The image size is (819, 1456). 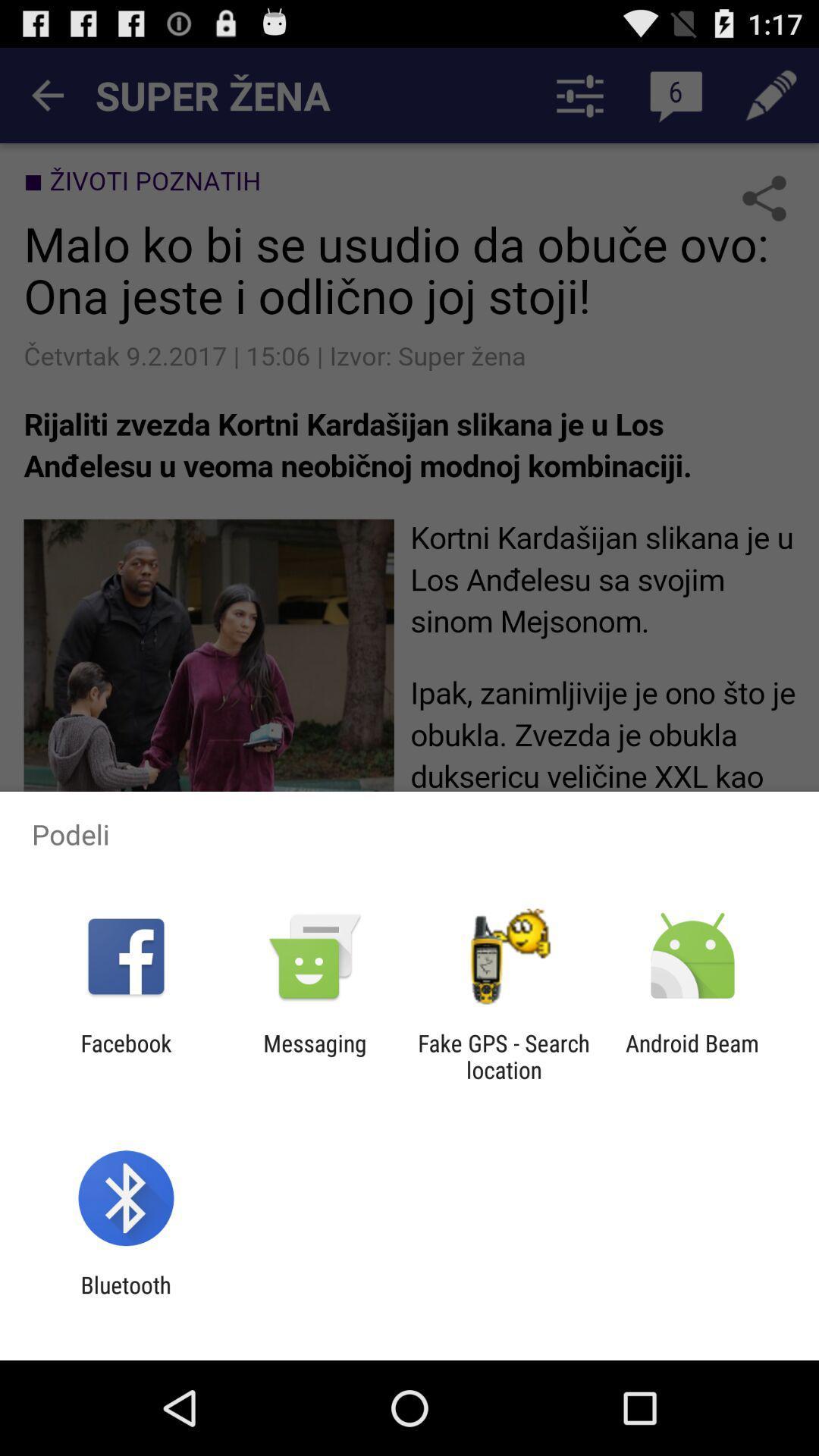 I want to click on android beam at the bottom right corner, so click(x=692, y=1056).